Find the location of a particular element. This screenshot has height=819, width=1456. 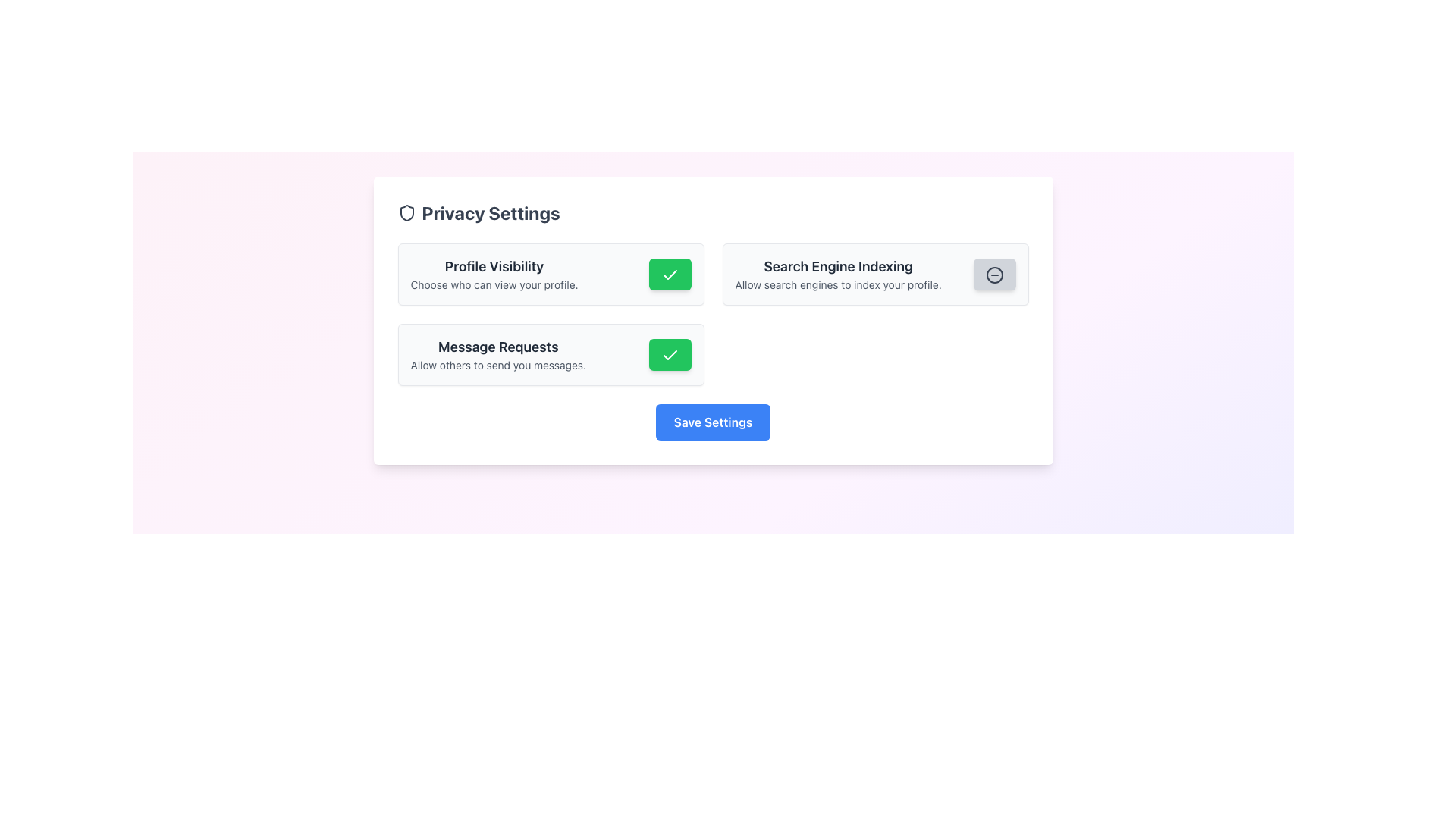

the checkmark icon with a green background located in the second row of controls titled 'Message Requests' under 'Privacy Settings' is located at coordinates (669, 355).